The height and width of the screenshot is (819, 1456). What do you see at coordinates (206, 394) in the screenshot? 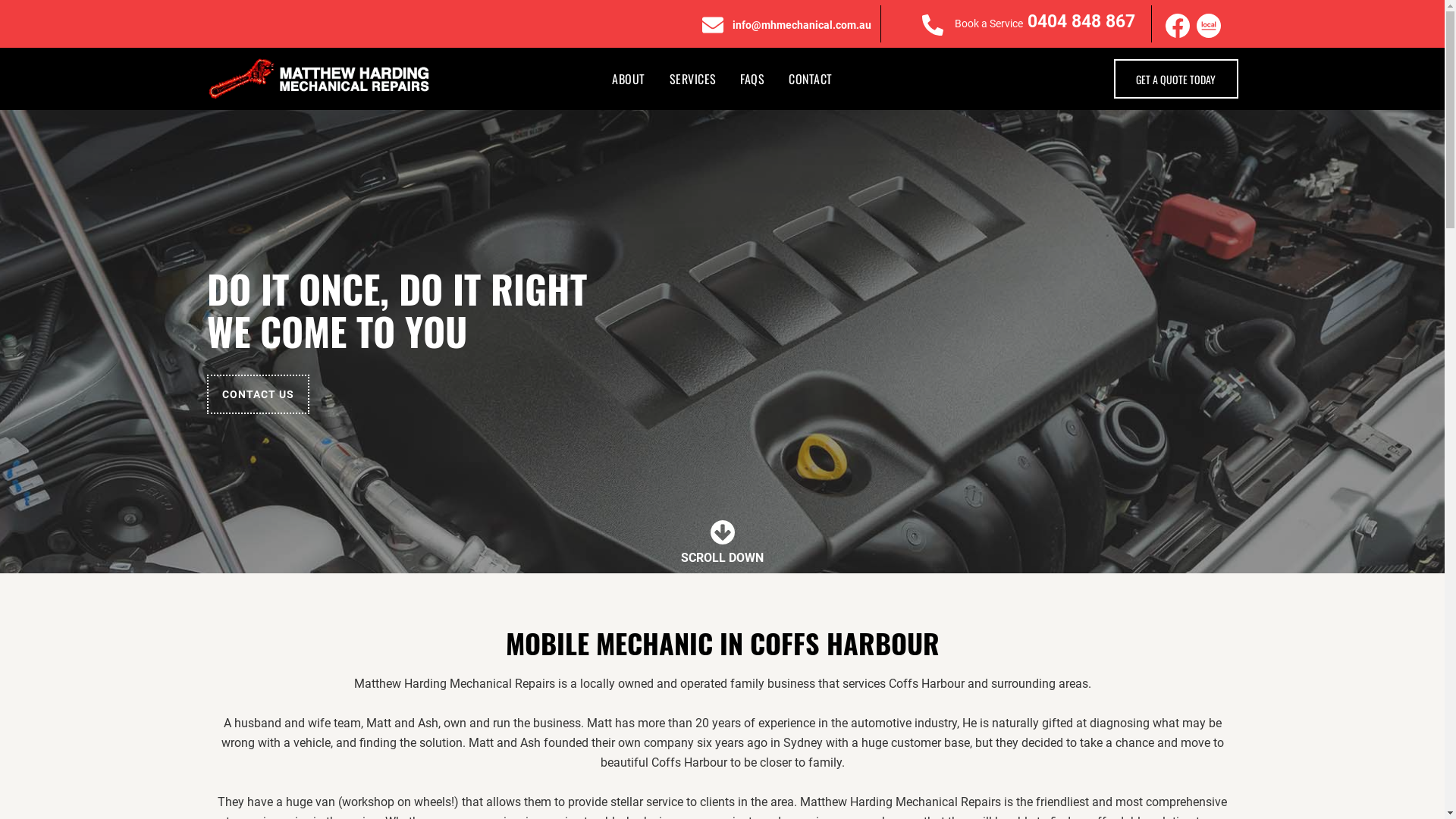
I see `'CONTACT US'` at bounding box center [206, 394].